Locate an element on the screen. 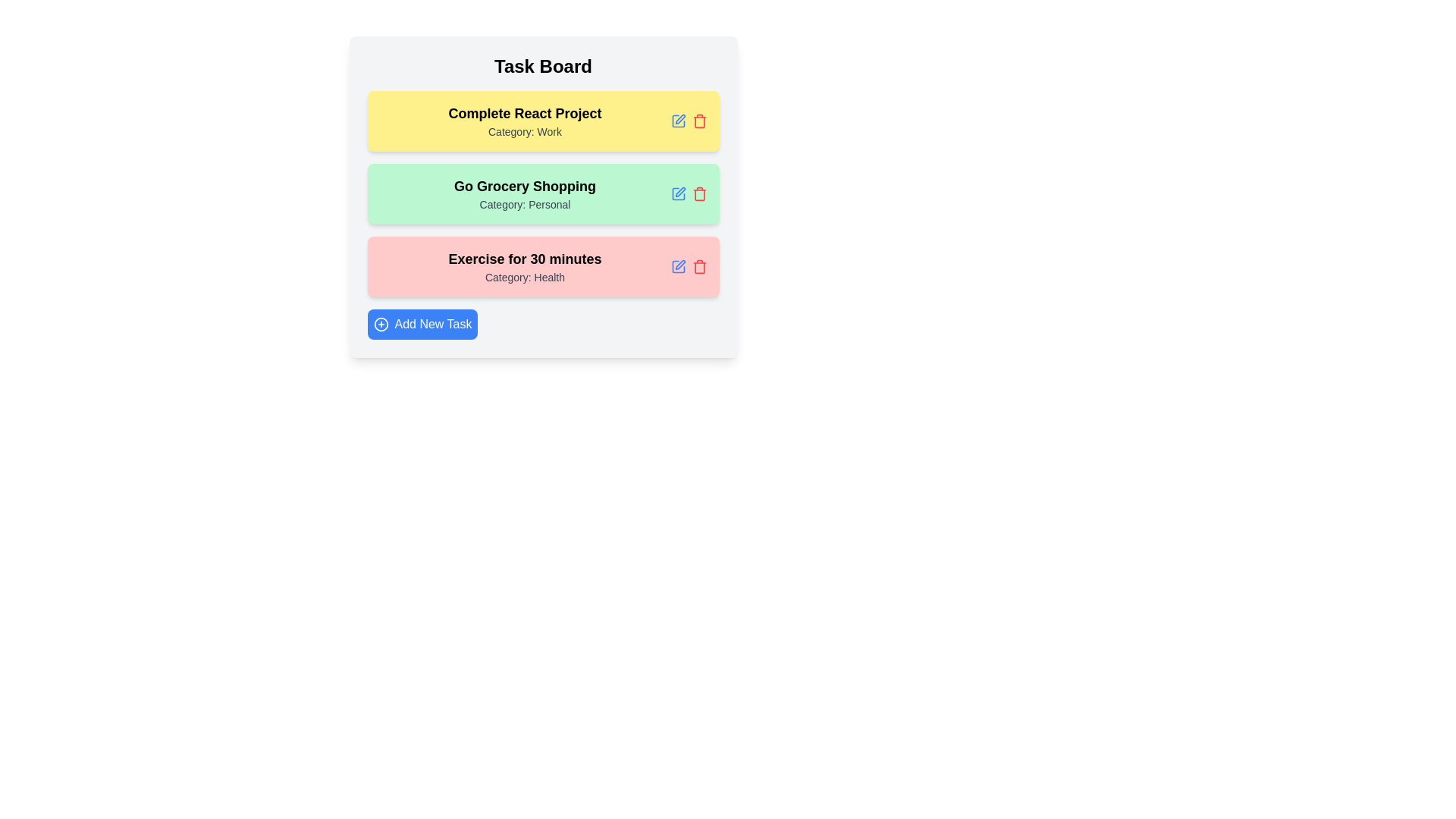 The height and width of the screenshot is (819, 1456). the edit button for the task titled 'Go Grocery Shopping' is located at coordinates (677, 193).